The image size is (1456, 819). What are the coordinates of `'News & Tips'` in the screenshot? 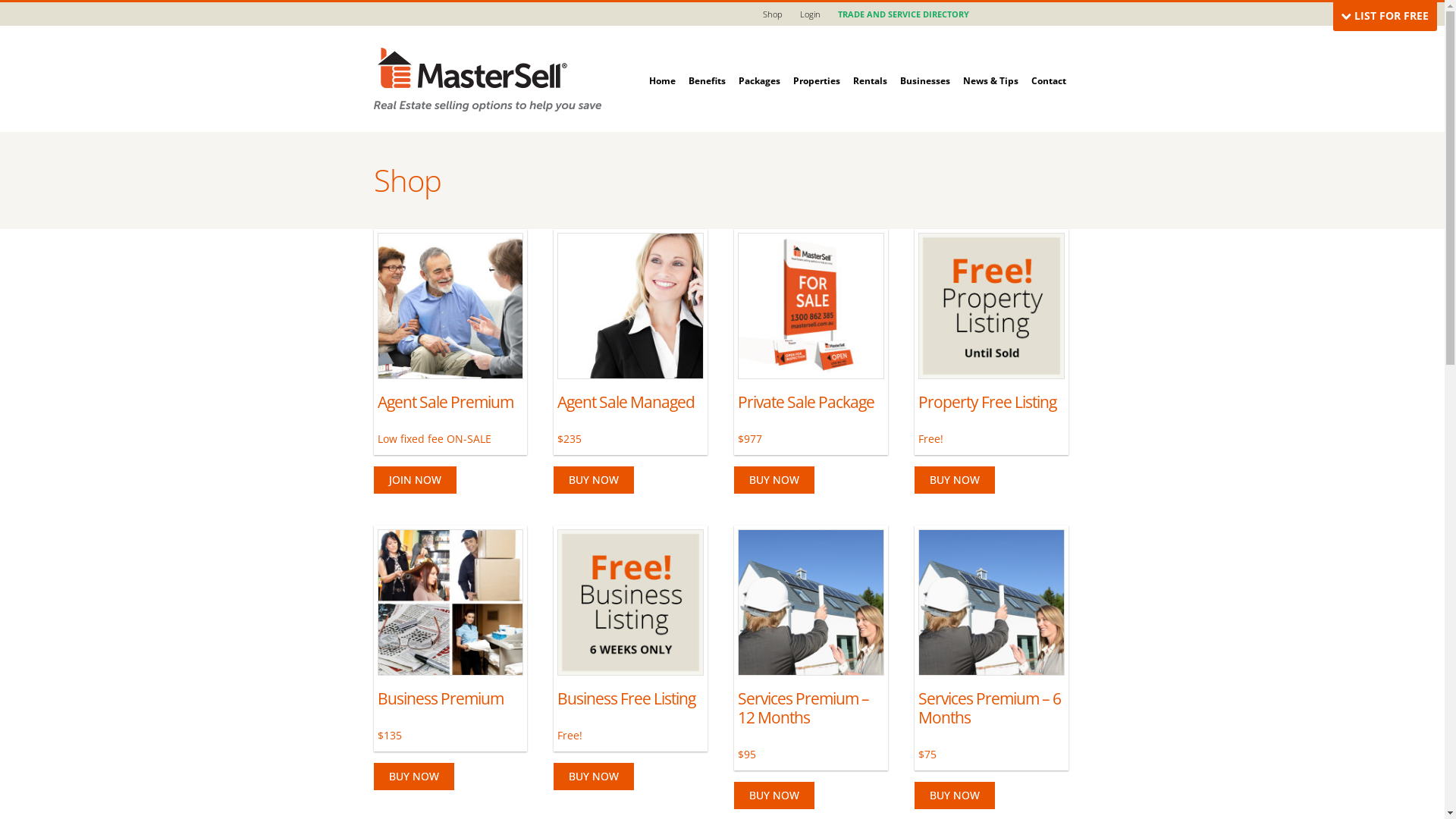 It's located at (990, 64).